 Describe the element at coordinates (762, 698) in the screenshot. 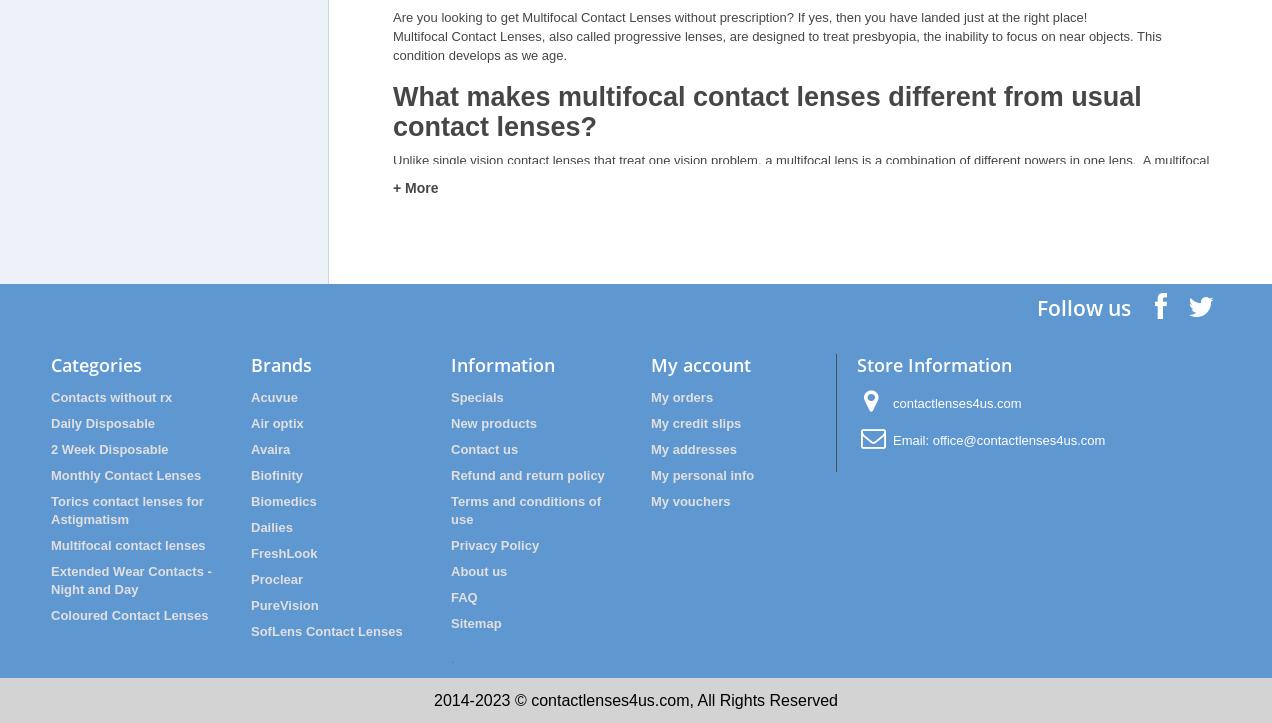

I see `', All Rights Reserved'` at that location.